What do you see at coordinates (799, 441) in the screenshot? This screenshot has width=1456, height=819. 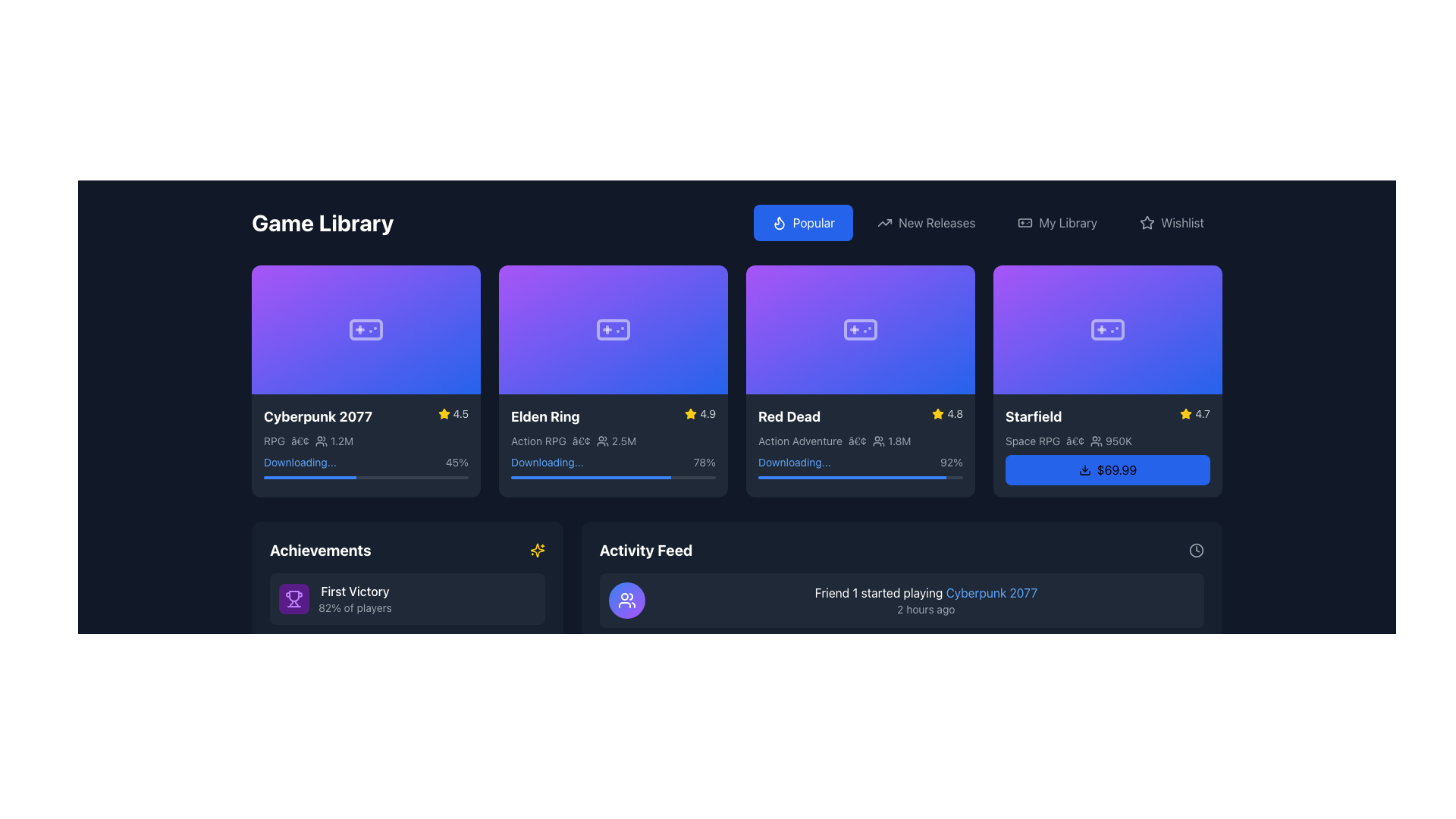 I see `the text label indicating the genre 'Red Dead', located in the lower part of the card, just above the popularity and progress indicators` at bounding box center [799, 441].